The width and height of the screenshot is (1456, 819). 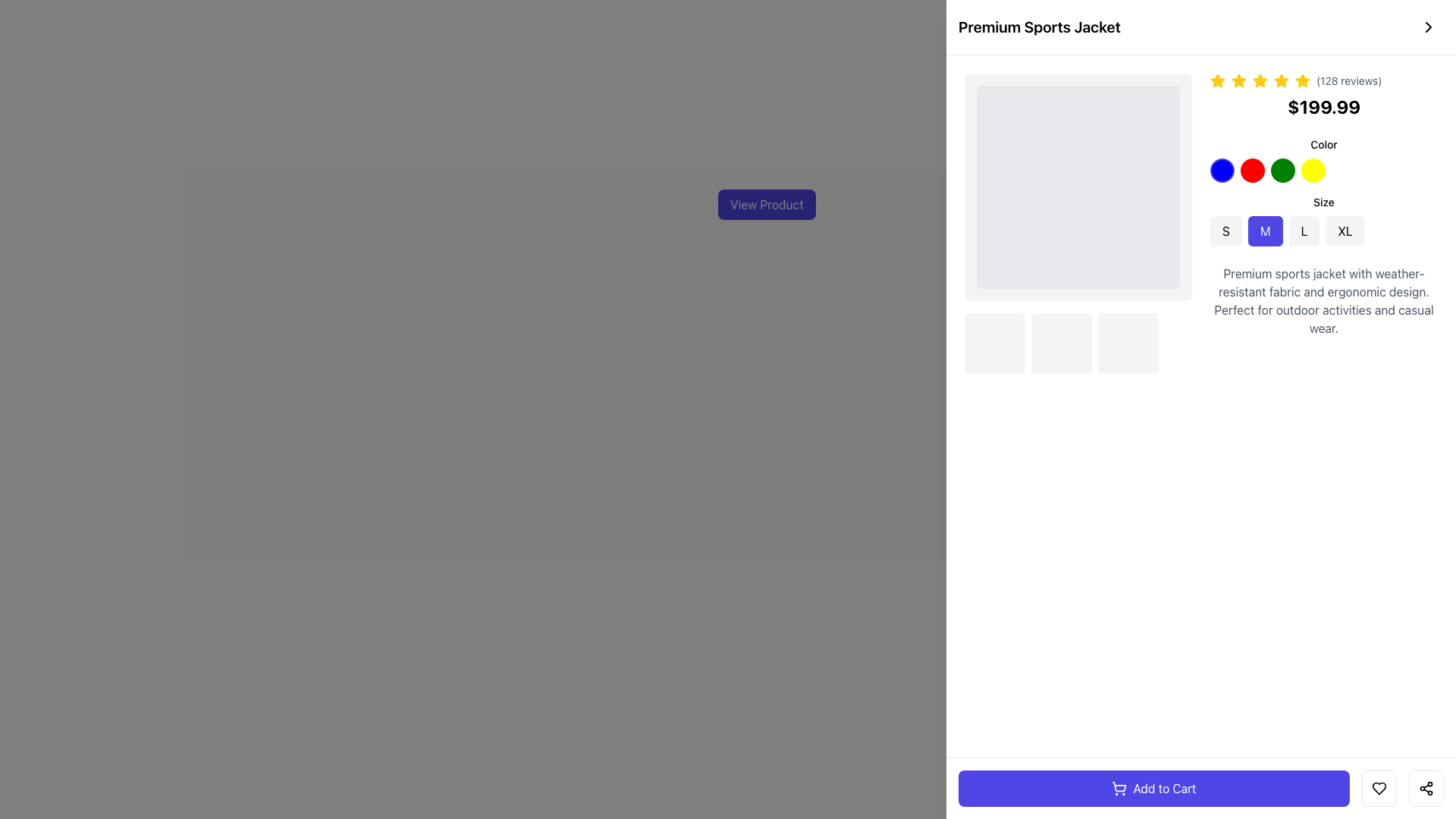 I want to click on the fourth button in the horizontal group of size options, so click(x=1345, y=231).